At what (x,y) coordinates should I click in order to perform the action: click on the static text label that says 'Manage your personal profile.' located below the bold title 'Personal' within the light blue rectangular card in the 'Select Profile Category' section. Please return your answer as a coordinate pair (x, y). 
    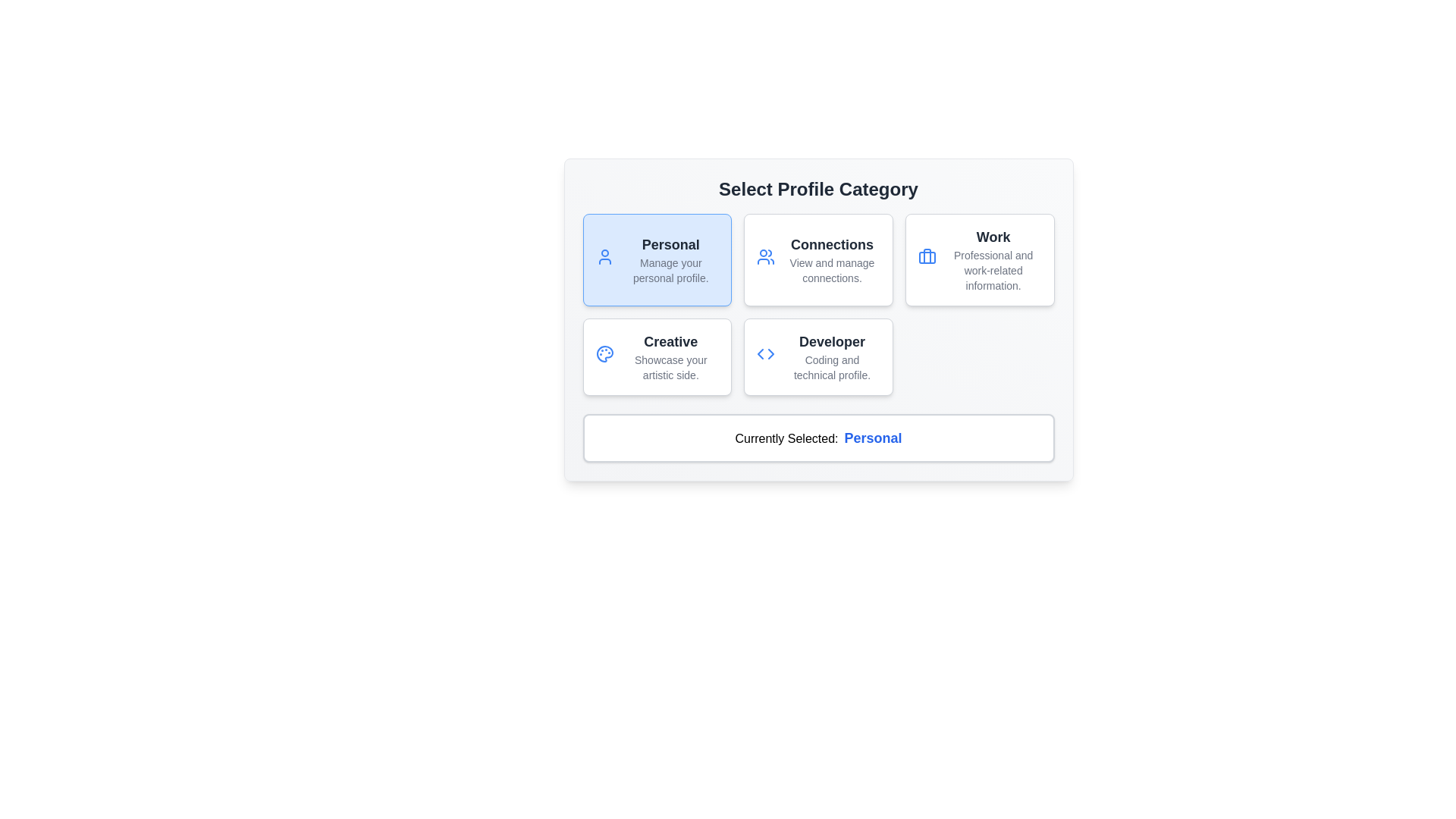
    Looking at the image, I should click on (670, 270).